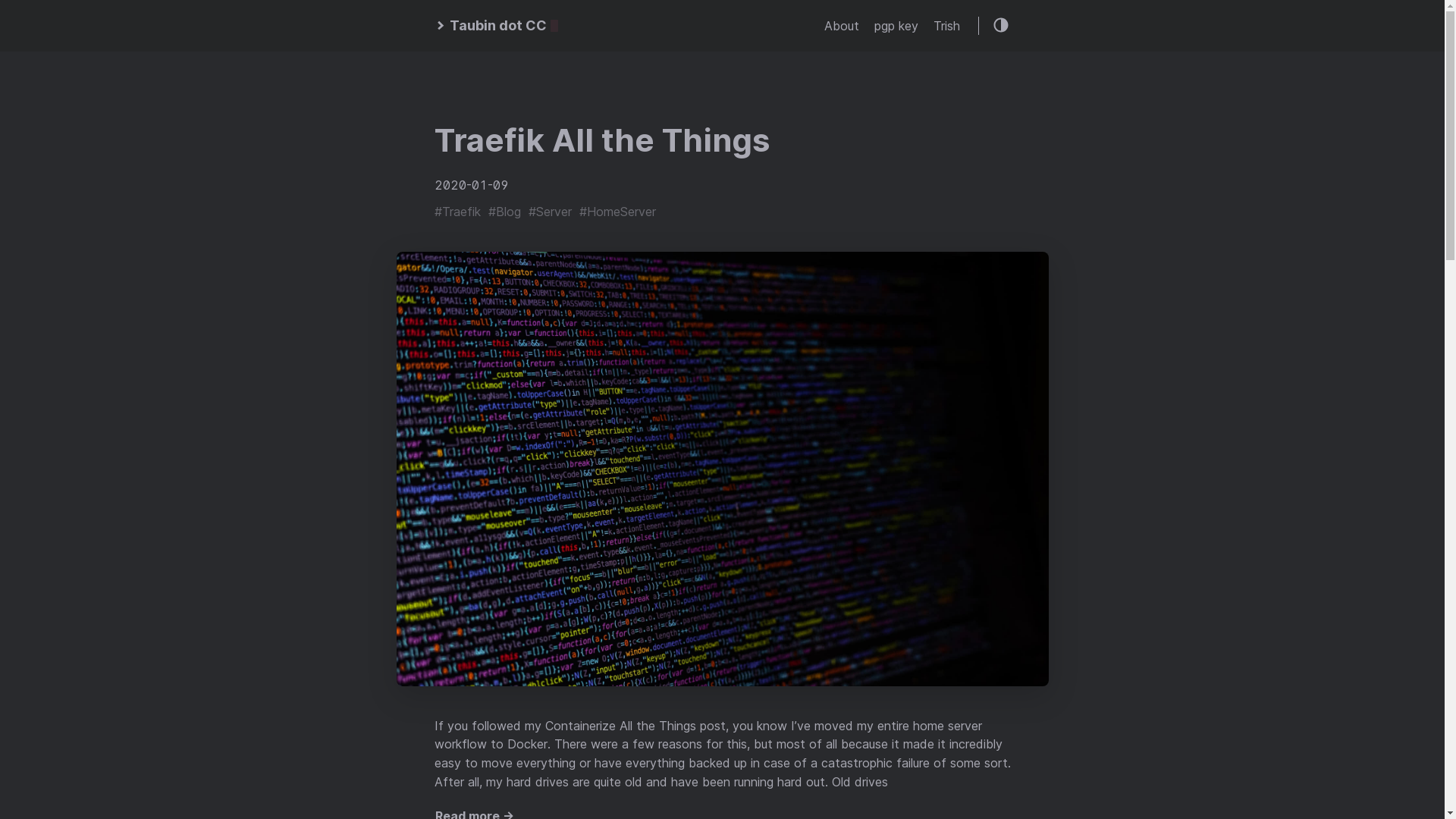 This screenshot has height=819, width=1456. Describe the element at coordinates (432, 26) in the screenshot. I see `'Taubin dot CC'` at that location.